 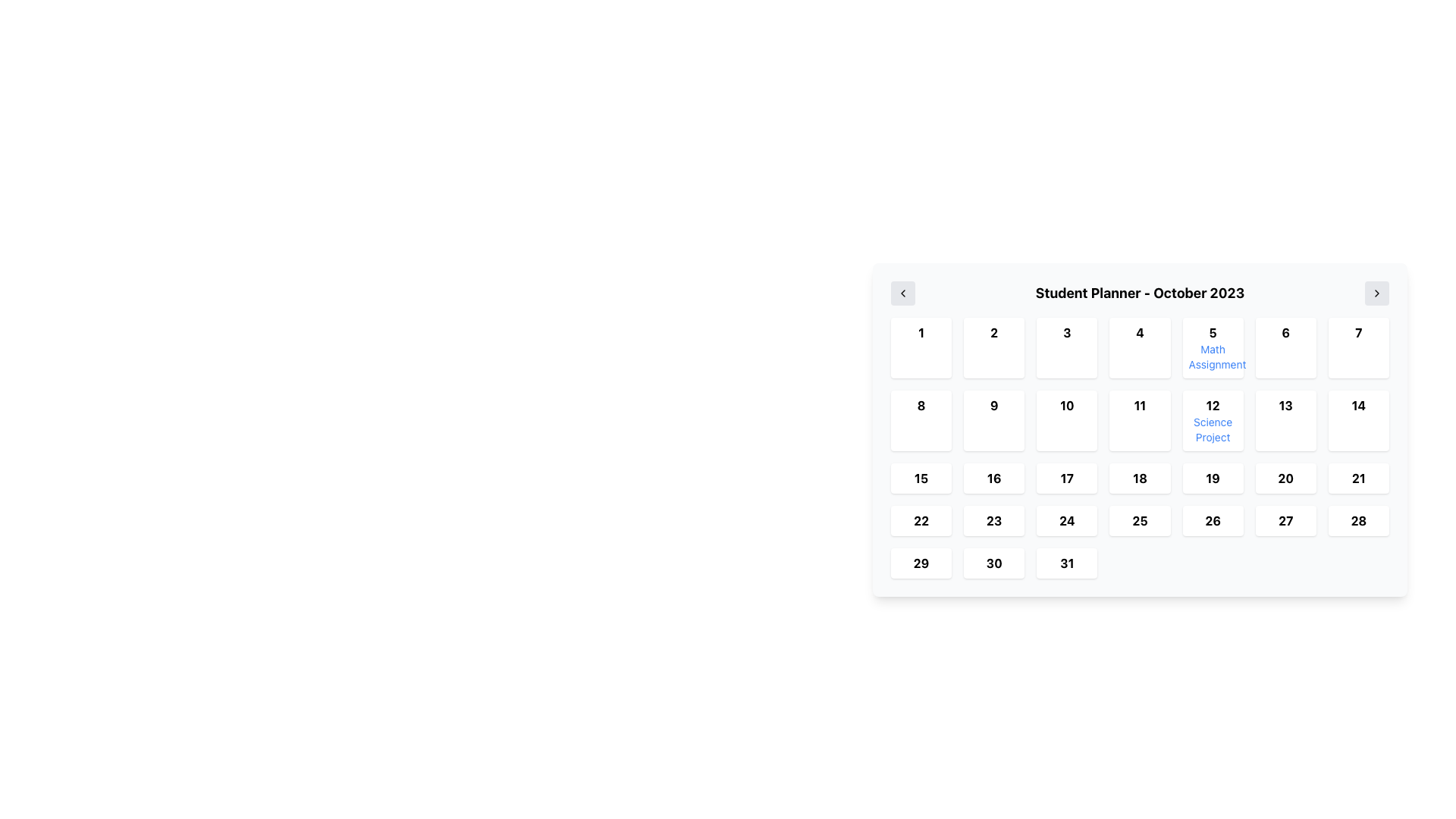 What do you see at coordinates (920, 479) in the screenshot?
I see `the Calendar Day Cell in the 'Student Planner' interface located in the third row and first column of the grid` at bounding box center [920, 479].